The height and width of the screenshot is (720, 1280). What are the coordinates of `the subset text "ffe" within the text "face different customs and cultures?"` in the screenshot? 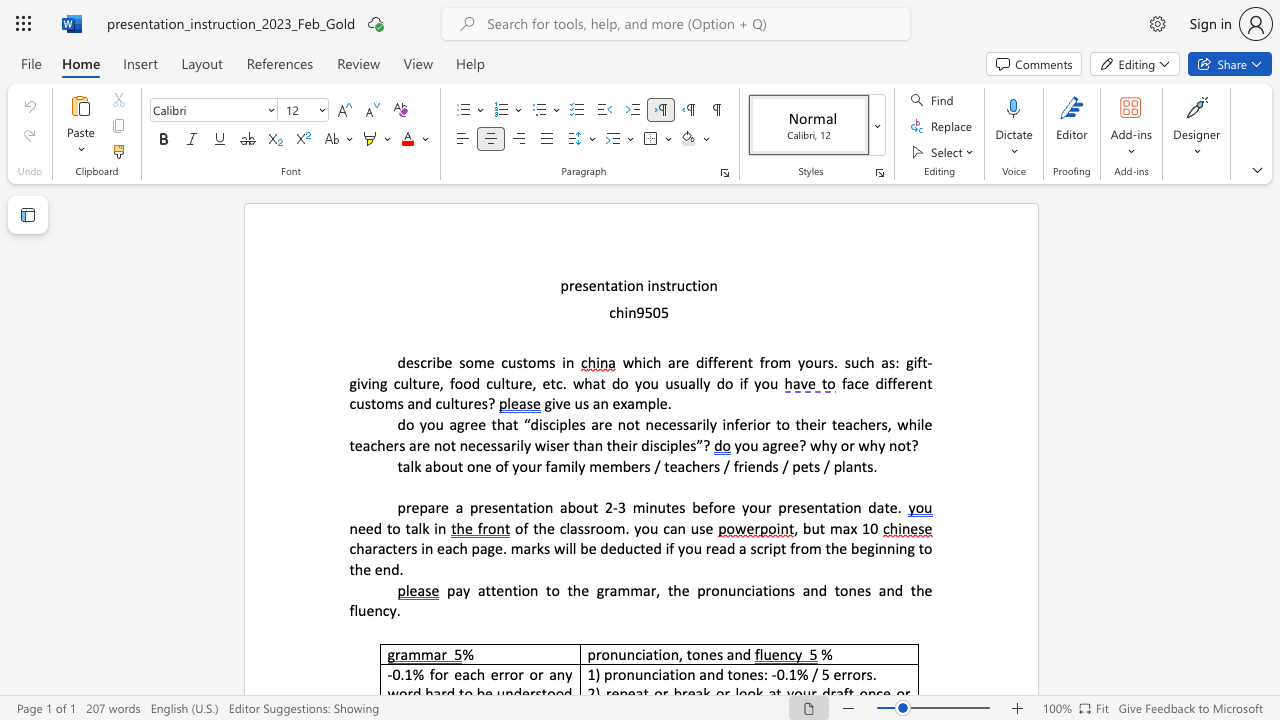 It's located at (886, 383).